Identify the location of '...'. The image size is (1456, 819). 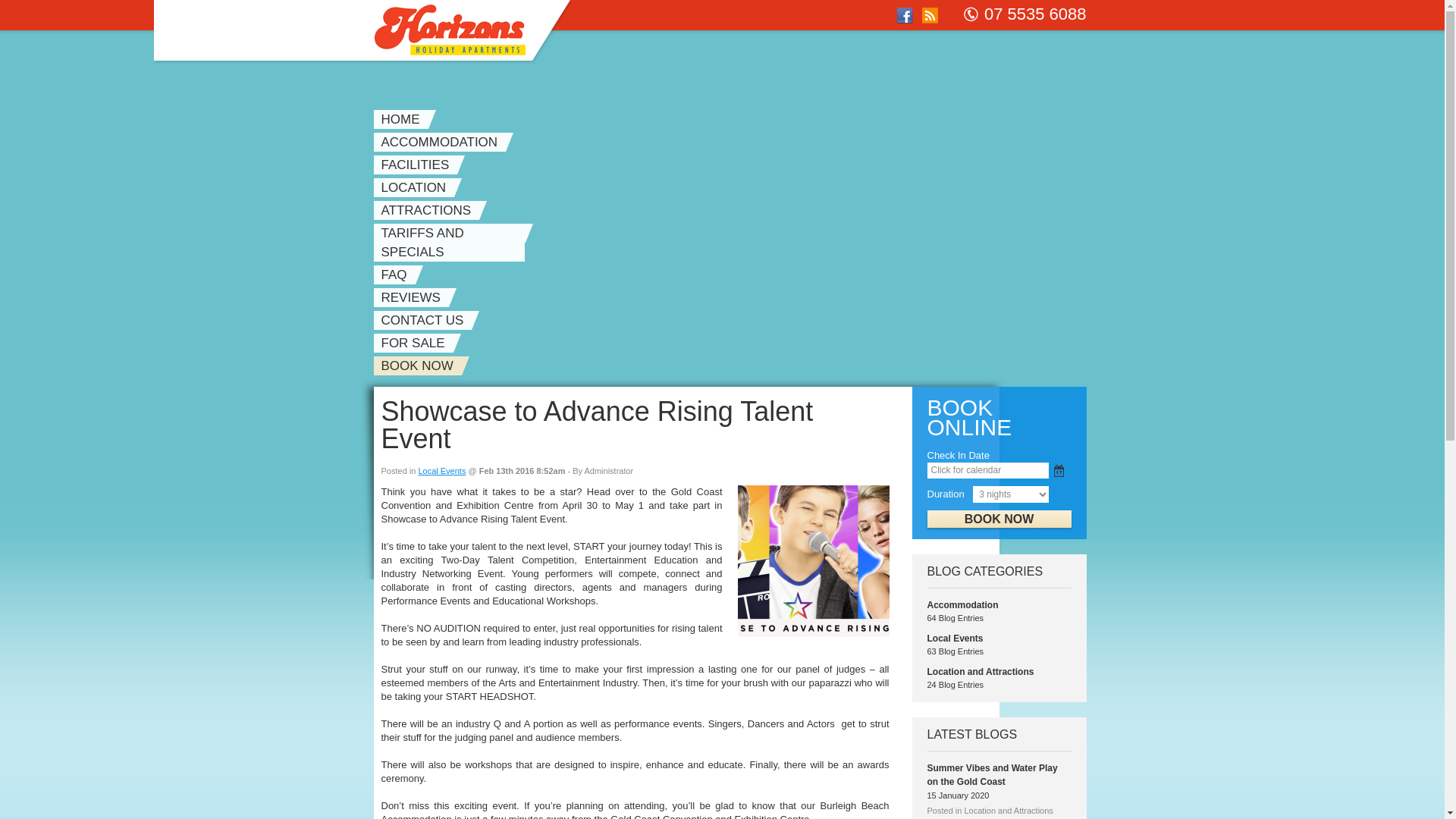
(1058, 470).